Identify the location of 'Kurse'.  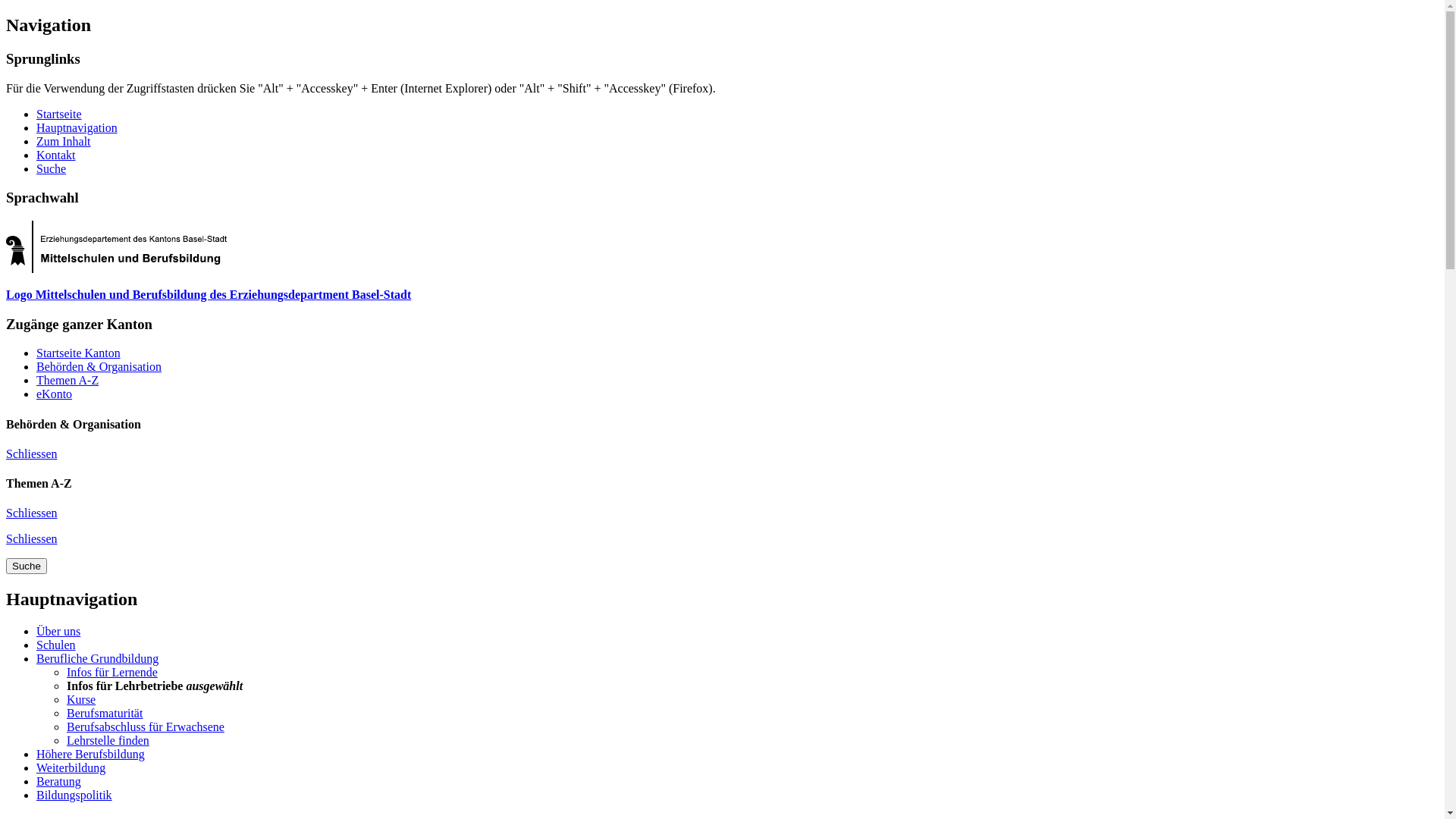
(80, 699).